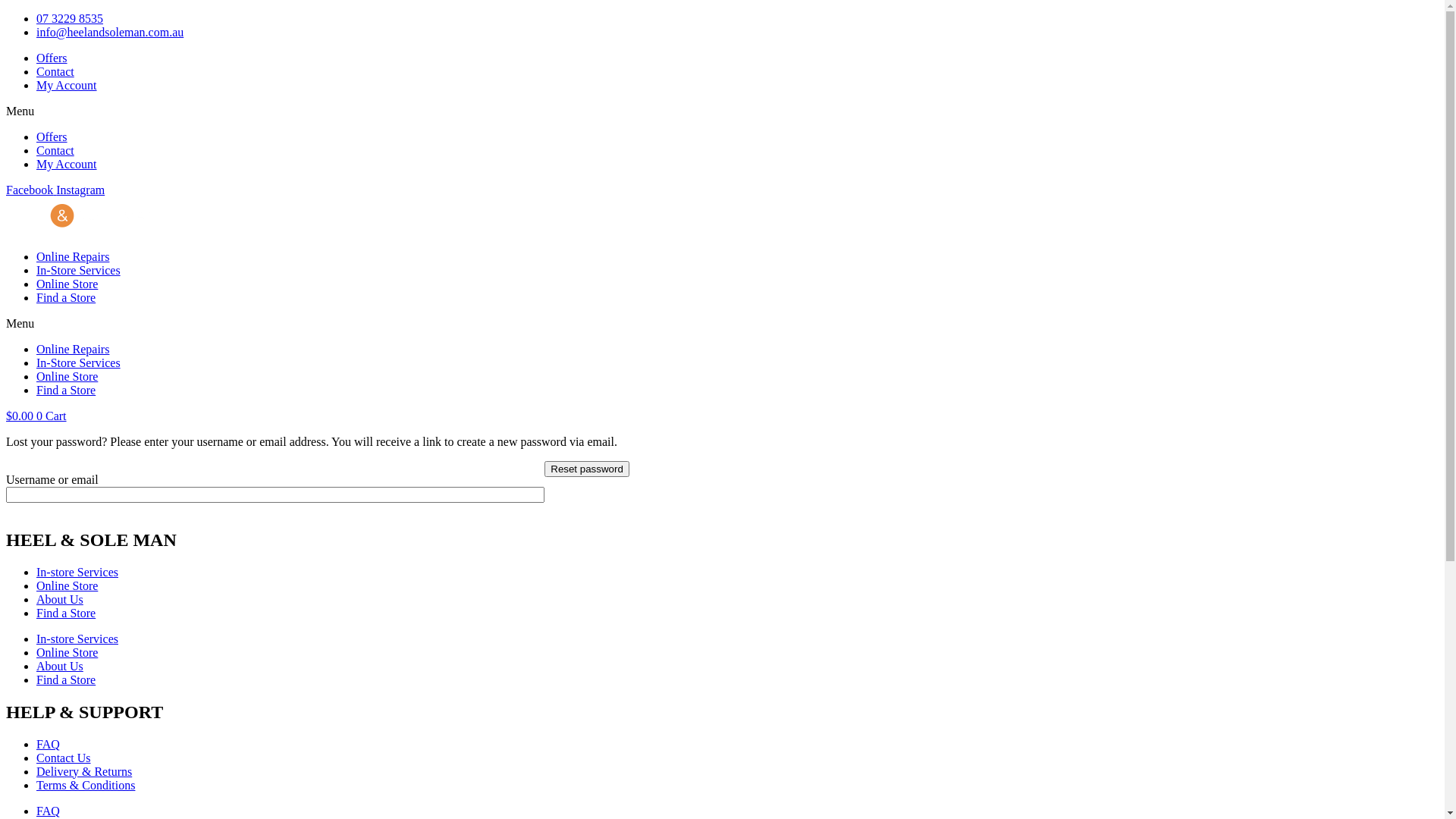  What do you see at coordinates (36, 18) in the screenshot?
I see `'07 3229 8535'` at bounding box center [36, 18].